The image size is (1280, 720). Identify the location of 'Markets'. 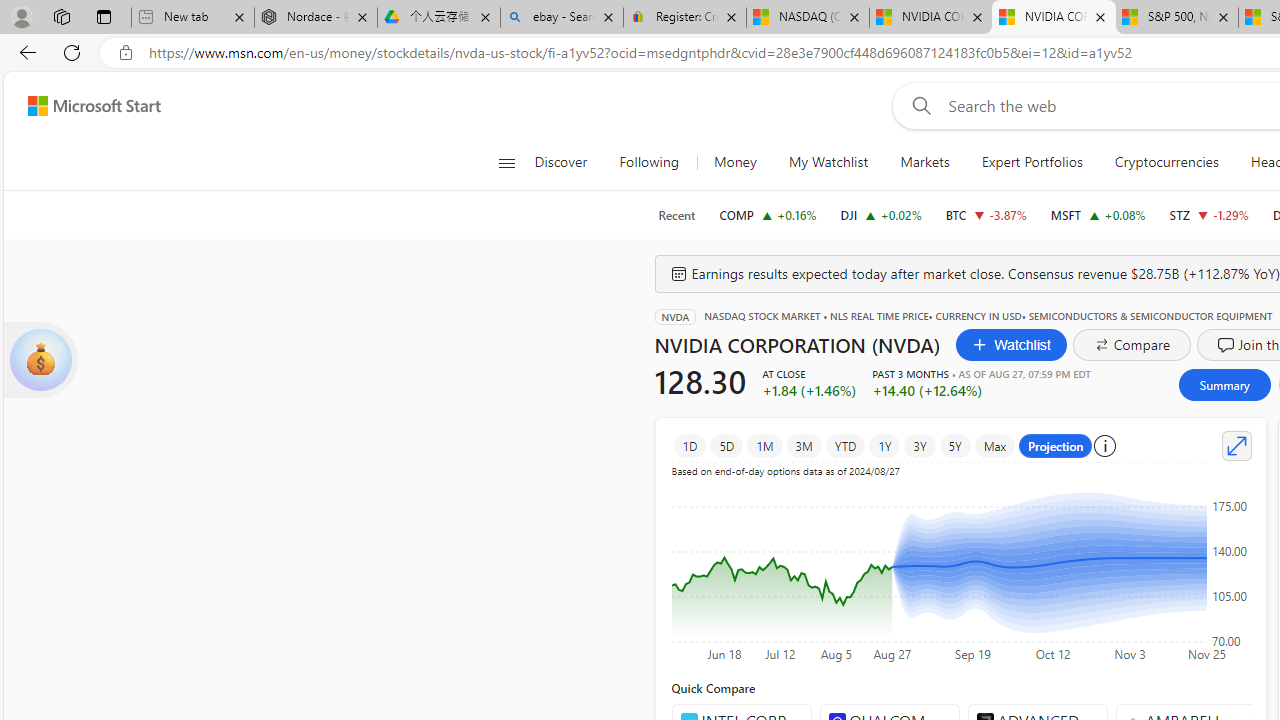
(923, 162).